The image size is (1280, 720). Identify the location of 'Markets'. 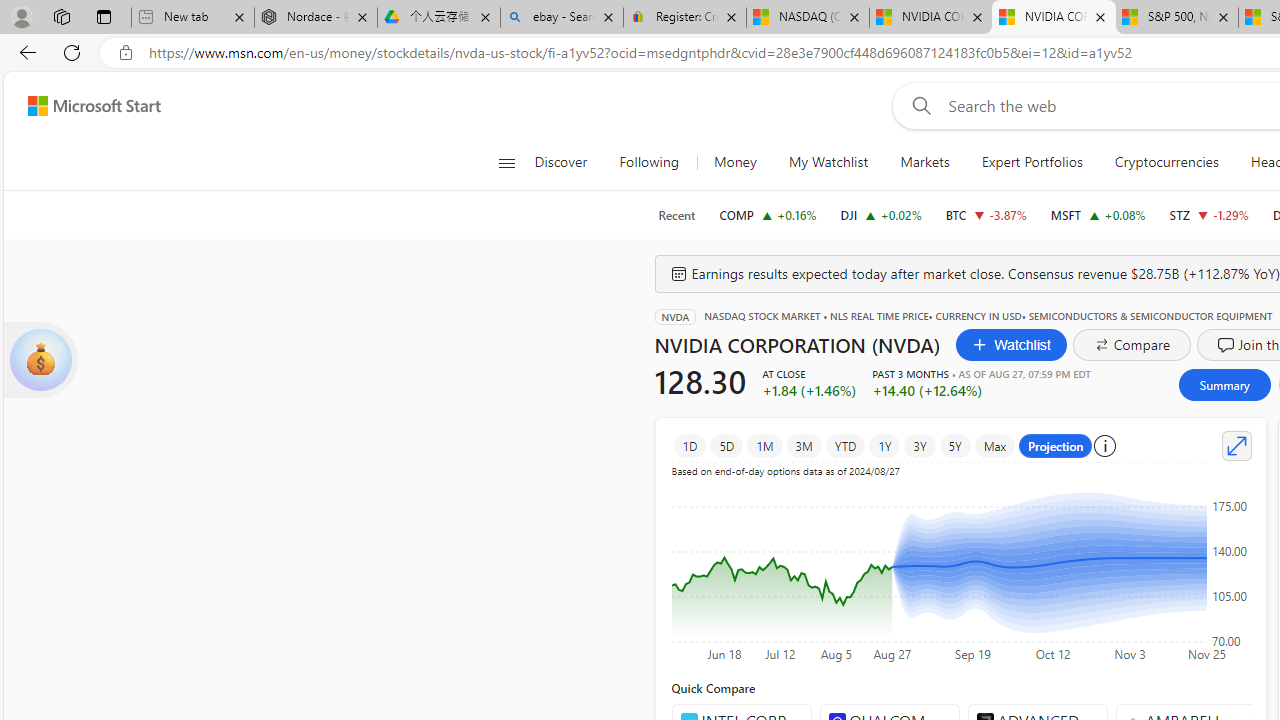
(923, 162).